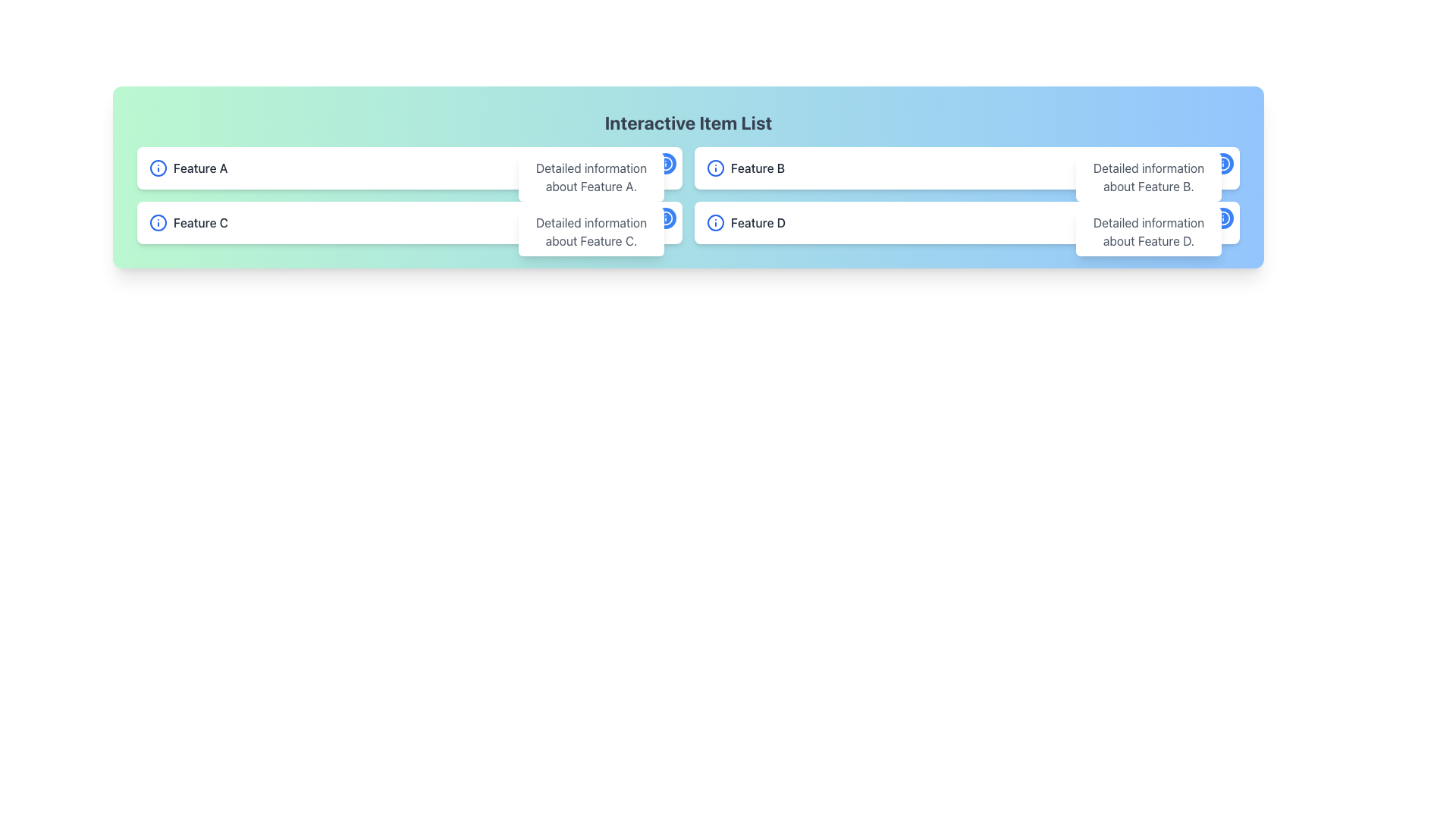 Image resolution: width=1456 pixels, height=819 pixels. What do you see at coordinates (1222, 164) in the screenshot?
I see `the small blue circular icon with a white outline, located on the right side of the second list item in the blue section of the interface` at bounding box center [1222, 164].